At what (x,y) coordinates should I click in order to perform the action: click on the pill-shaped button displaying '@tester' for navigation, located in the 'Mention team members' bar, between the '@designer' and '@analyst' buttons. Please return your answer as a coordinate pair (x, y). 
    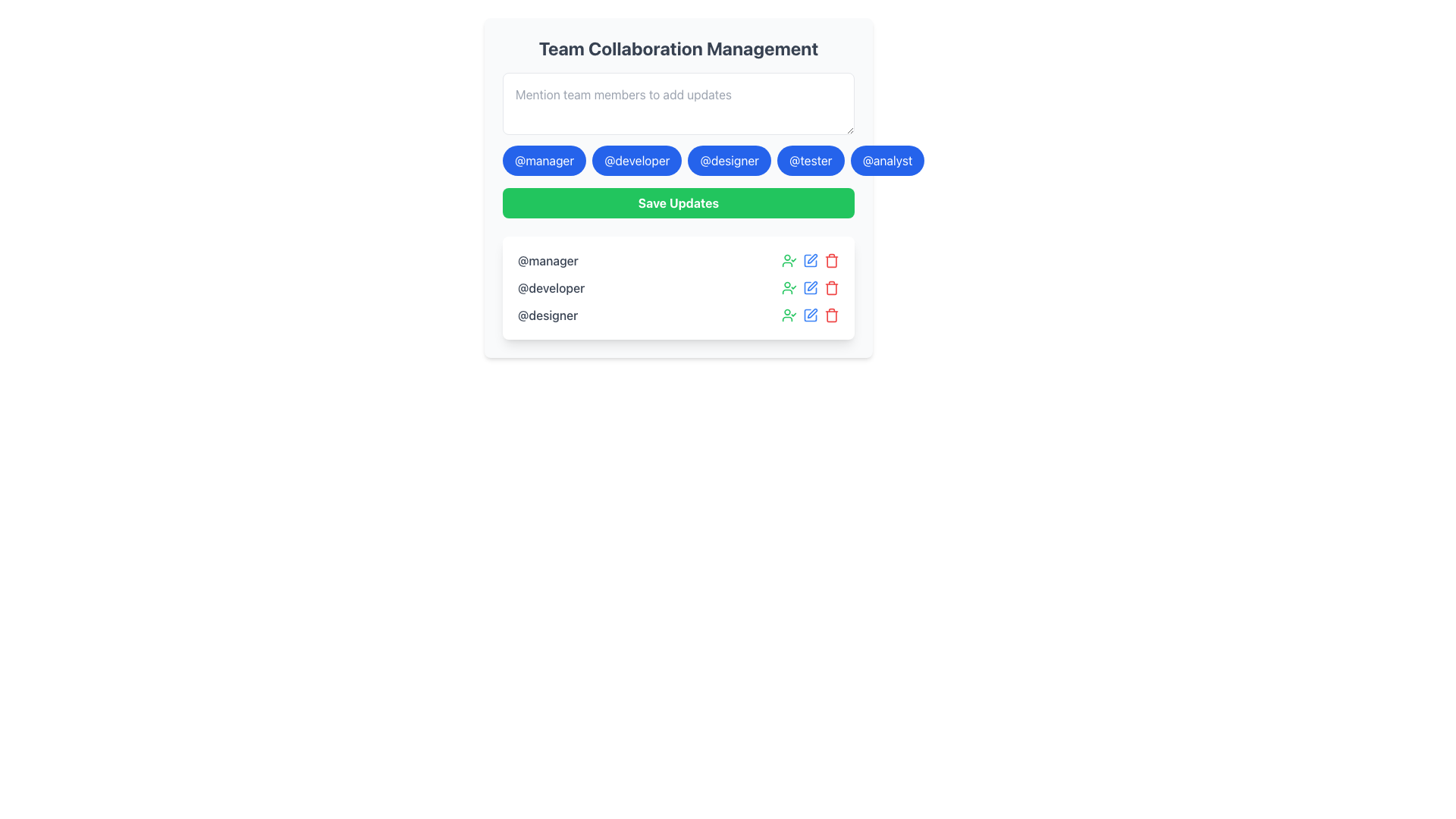
    Looking at the image, I should click on (810, 161).